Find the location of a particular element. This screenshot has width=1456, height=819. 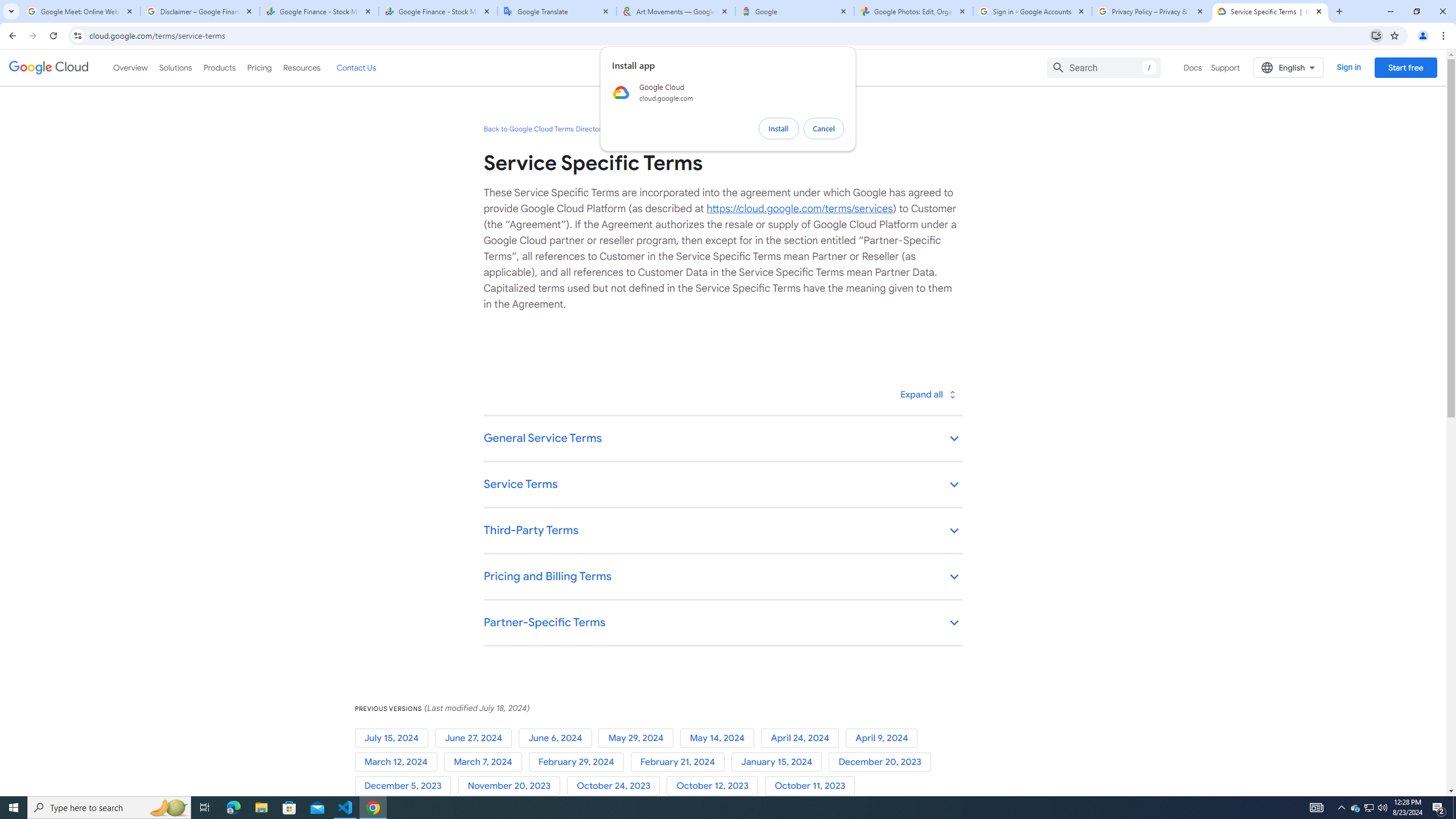

'February 21, 2024' is located at coordinates (680, 761).